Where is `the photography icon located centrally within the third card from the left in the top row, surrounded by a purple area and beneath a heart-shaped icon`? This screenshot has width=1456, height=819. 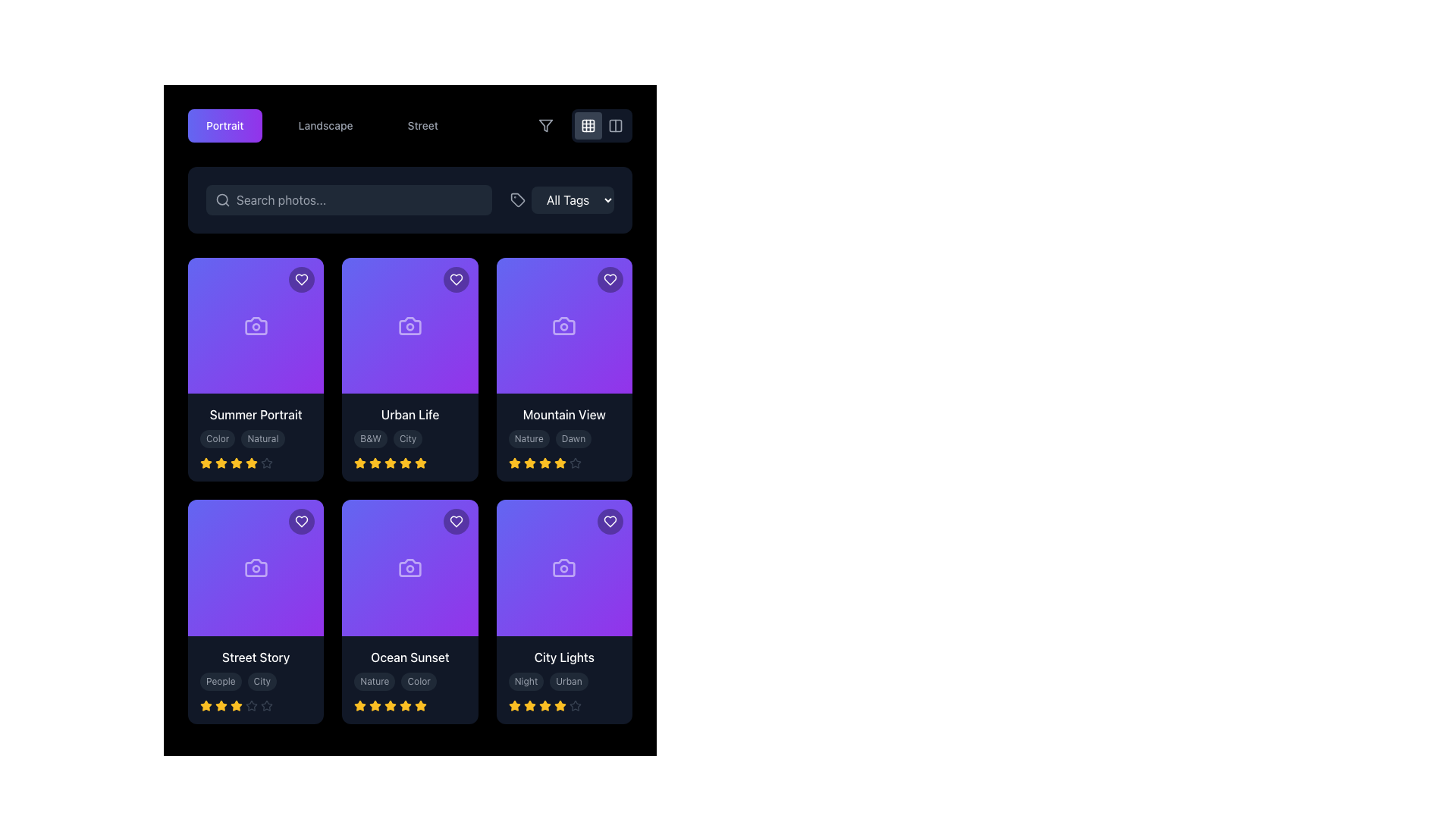
the photography icon located centrally within the third card from the left in the top row, surrounded by a purple area and beneath a heart-shaped icon is located at coordinates (563, 325).